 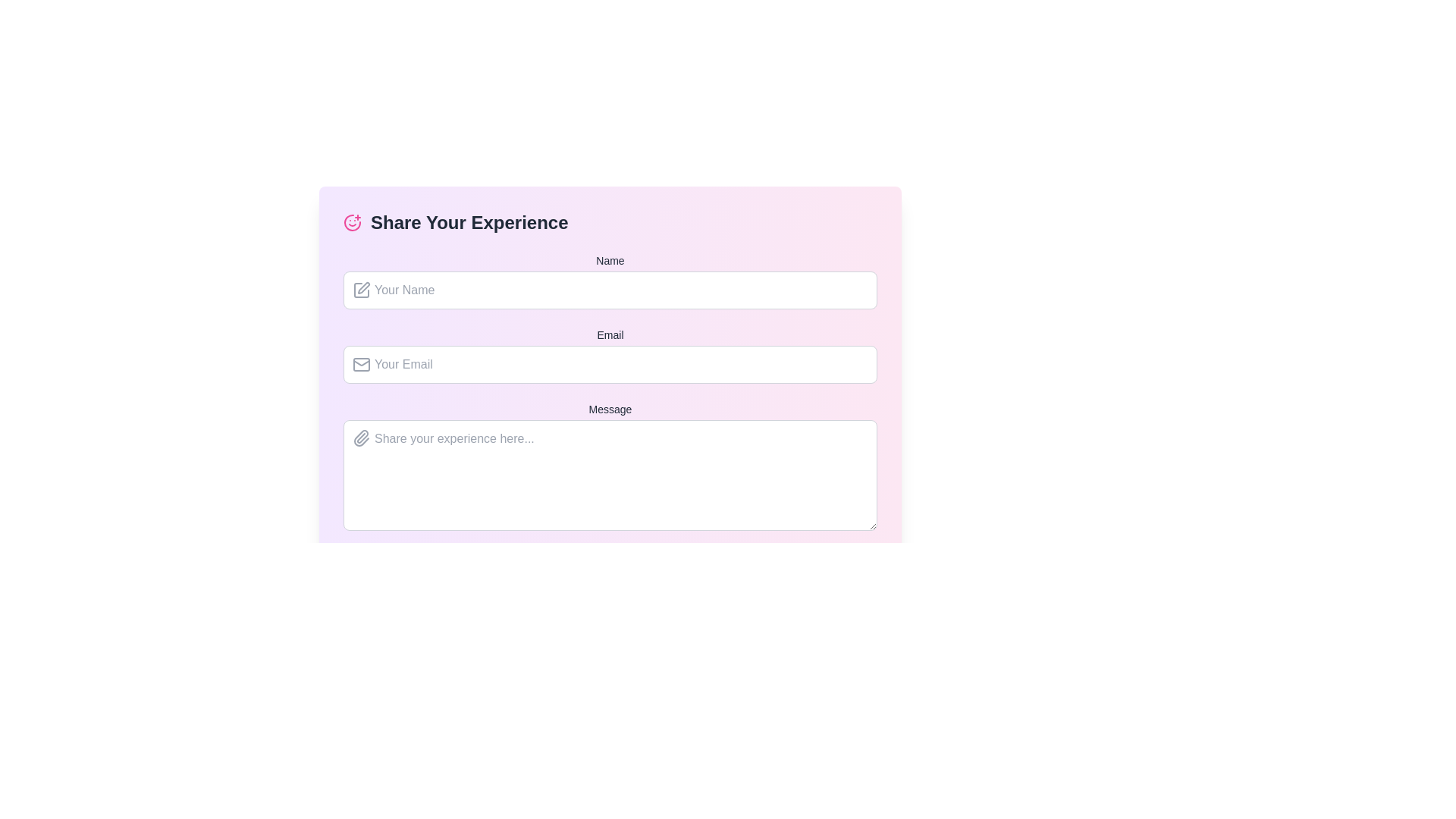 What do you see at coordinates (360, 438) in the screenshot?
I see `the paperclip icon located at the top-left corner of the 'Message' input box` at bounding box center [360, 438].